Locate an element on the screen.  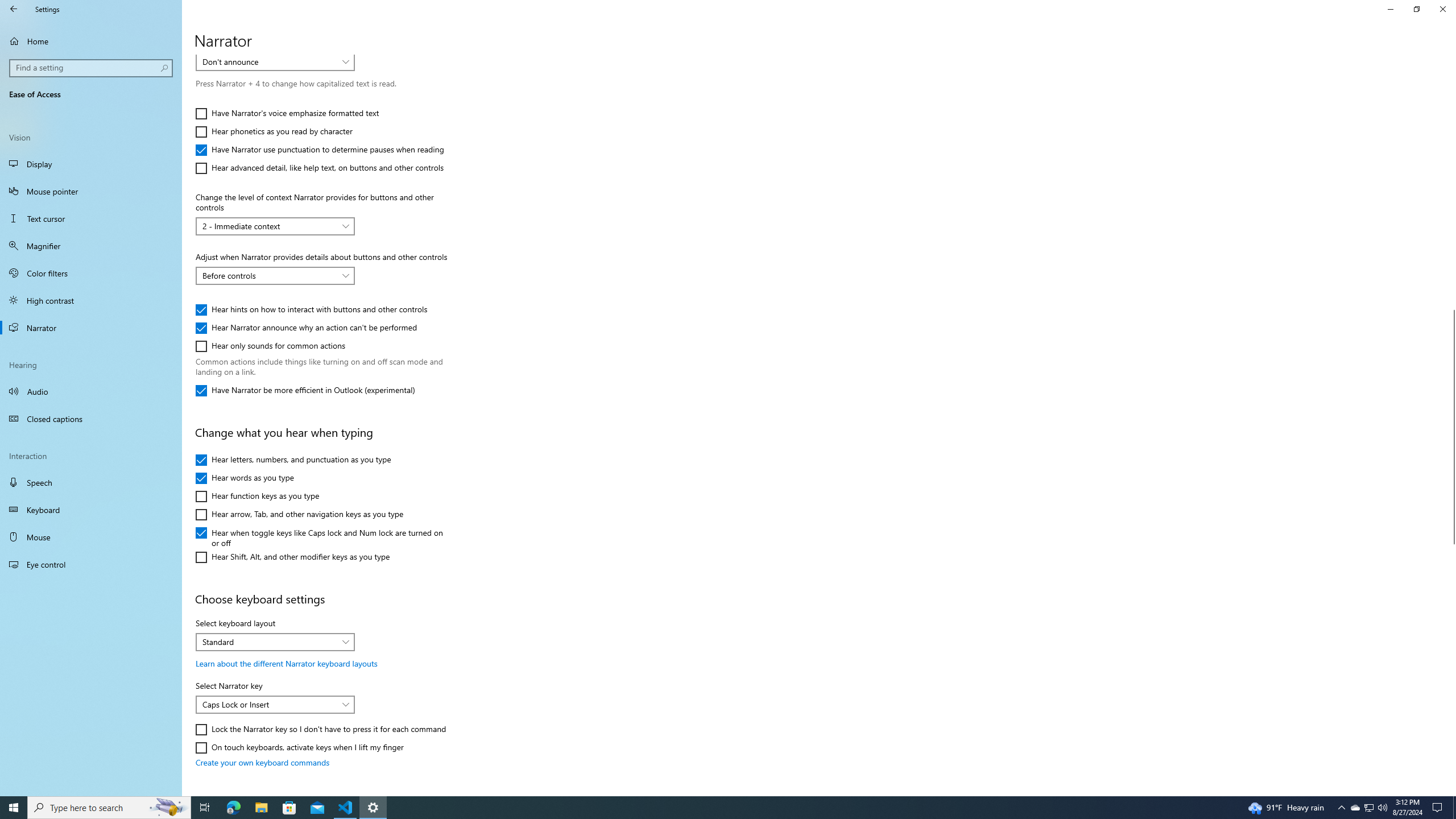
'Vertical' is located at coordinates (1451, 425).